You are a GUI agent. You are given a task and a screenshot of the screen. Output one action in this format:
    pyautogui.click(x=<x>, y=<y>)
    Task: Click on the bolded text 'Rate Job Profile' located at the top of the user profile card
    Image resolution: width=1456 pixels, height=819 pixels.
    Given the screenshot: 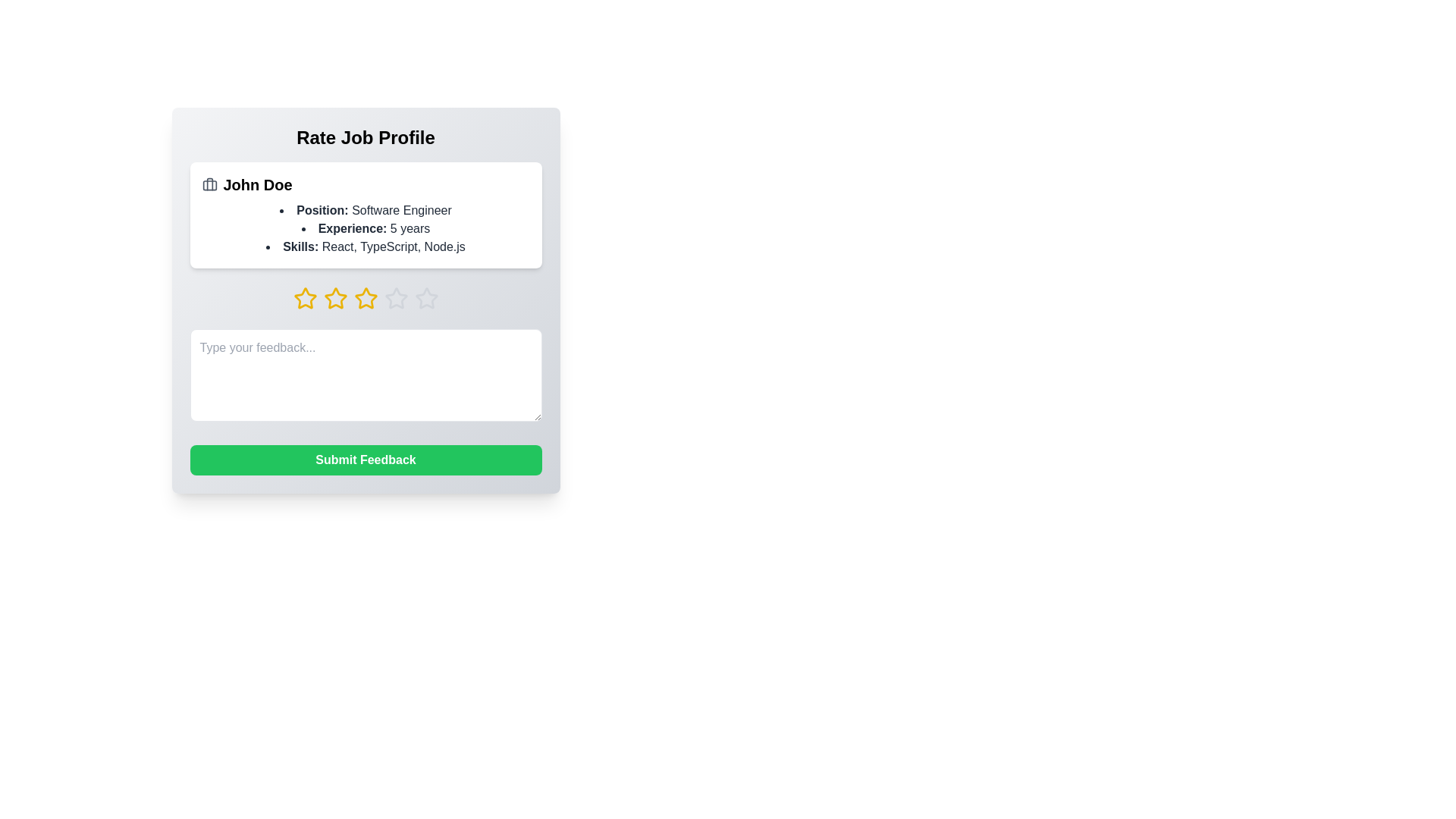 What is the action you would take?
    pyautogui.click(x=366, y=137)
    